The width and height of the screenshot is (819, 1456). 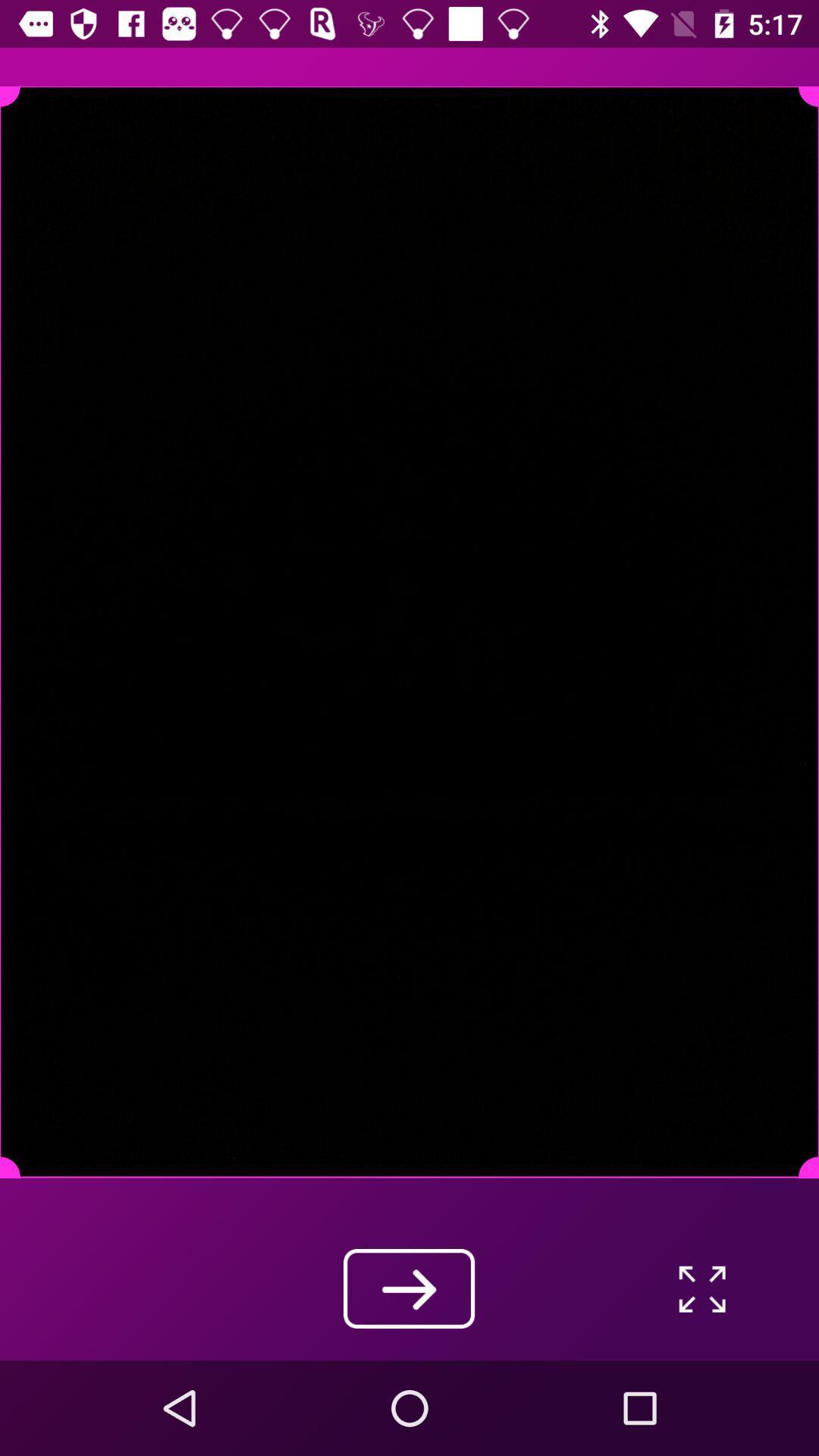 What do you see at coordinates (408, 1288) in the screenshot?
I see `the arrow_forward icon` at bounding box center [408, 1288].